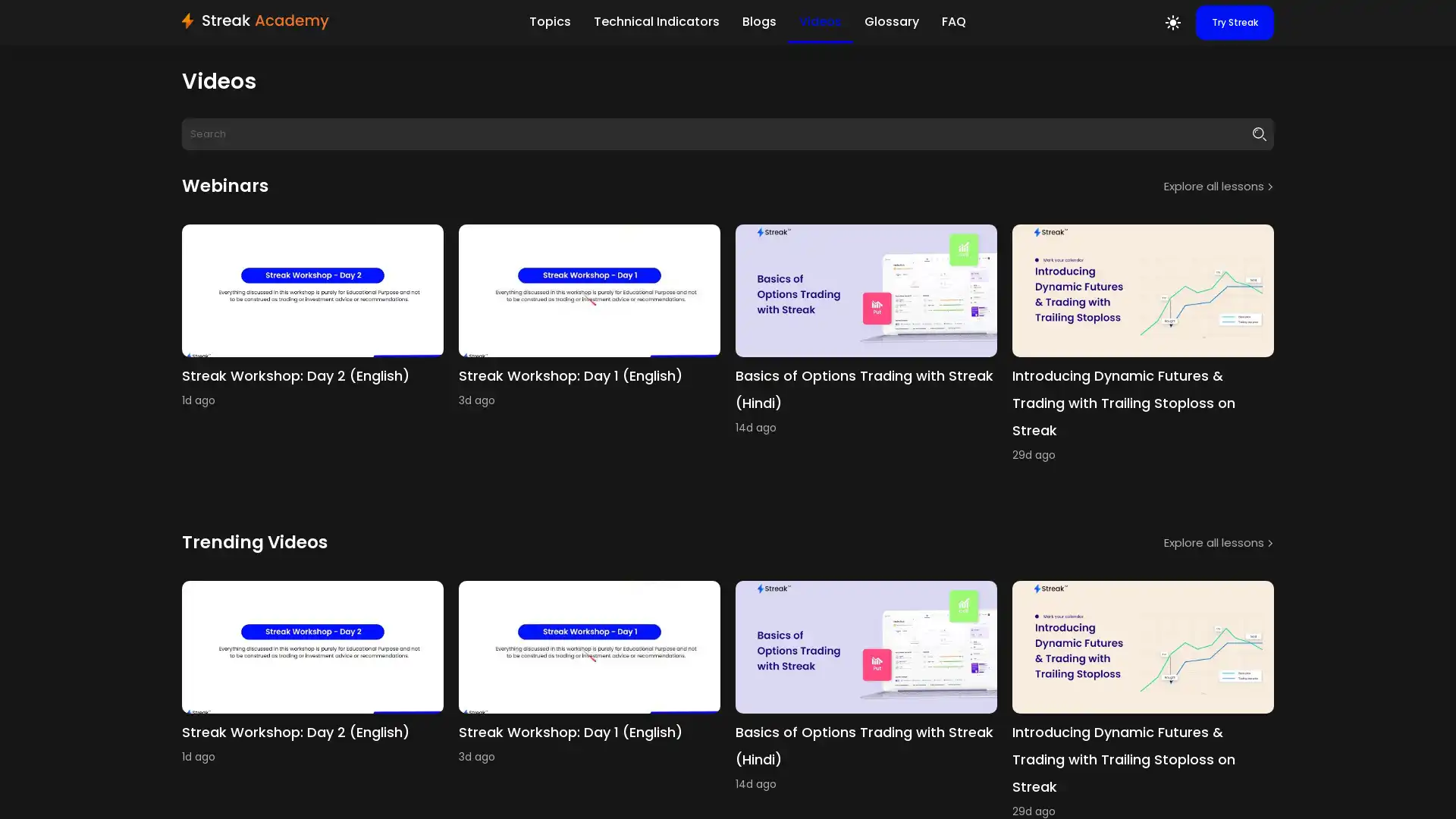  Describe the element at coordinates (1143, 345) in the screenshot. I see `youtube Introducing Dynamic Futures & Trading with Trailing Stoploss on Streak 29d ago` at that location.